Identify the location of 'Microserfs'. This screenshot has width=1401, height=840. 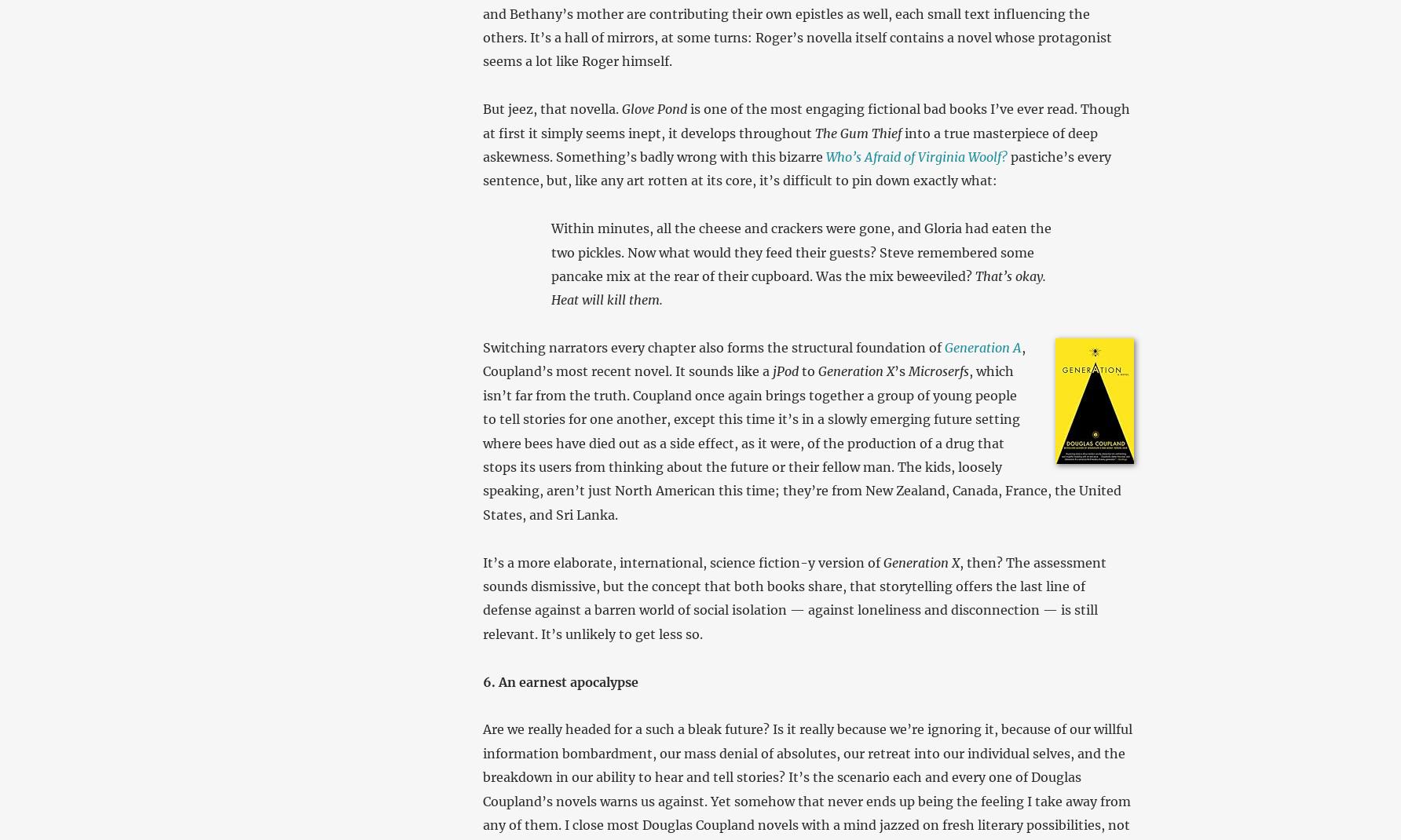
(938, 371).